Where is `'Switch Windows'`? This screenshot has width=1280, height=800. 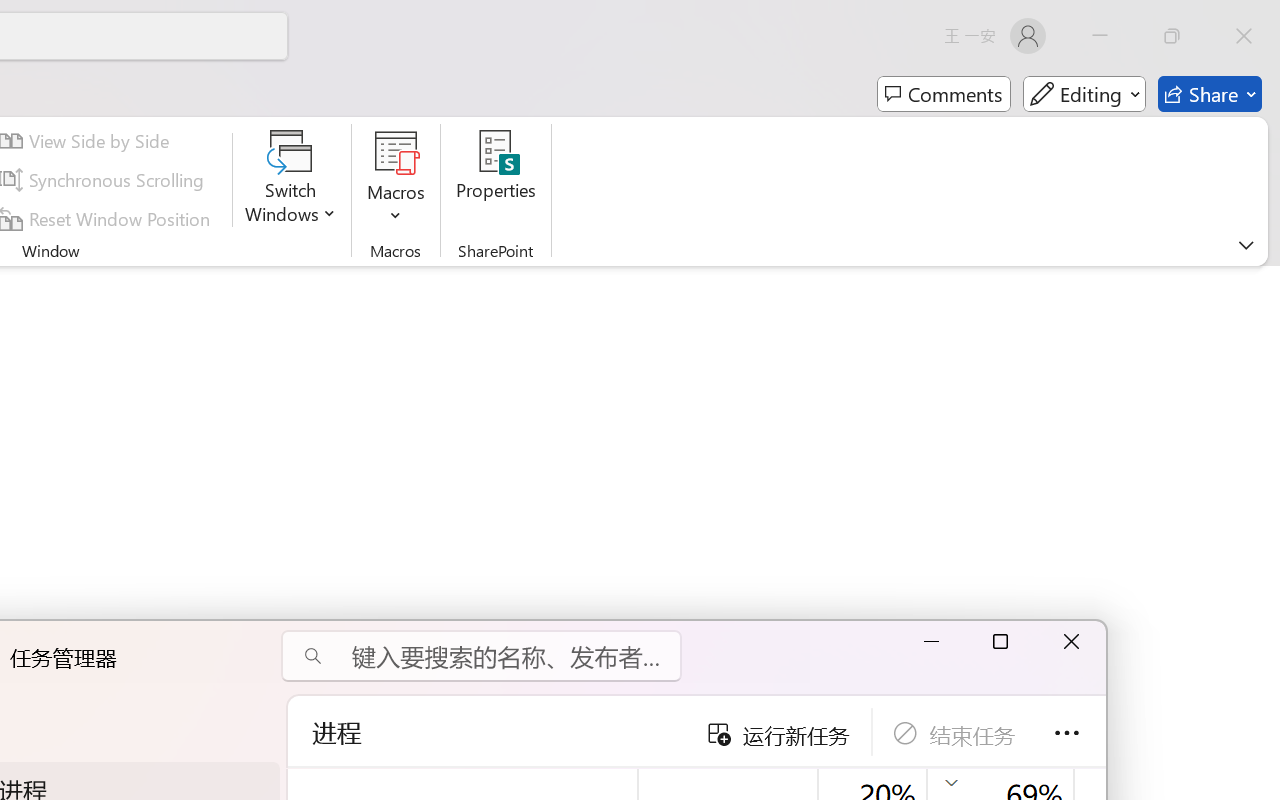
'Switch Windows' is located at coordinates (290, 179).